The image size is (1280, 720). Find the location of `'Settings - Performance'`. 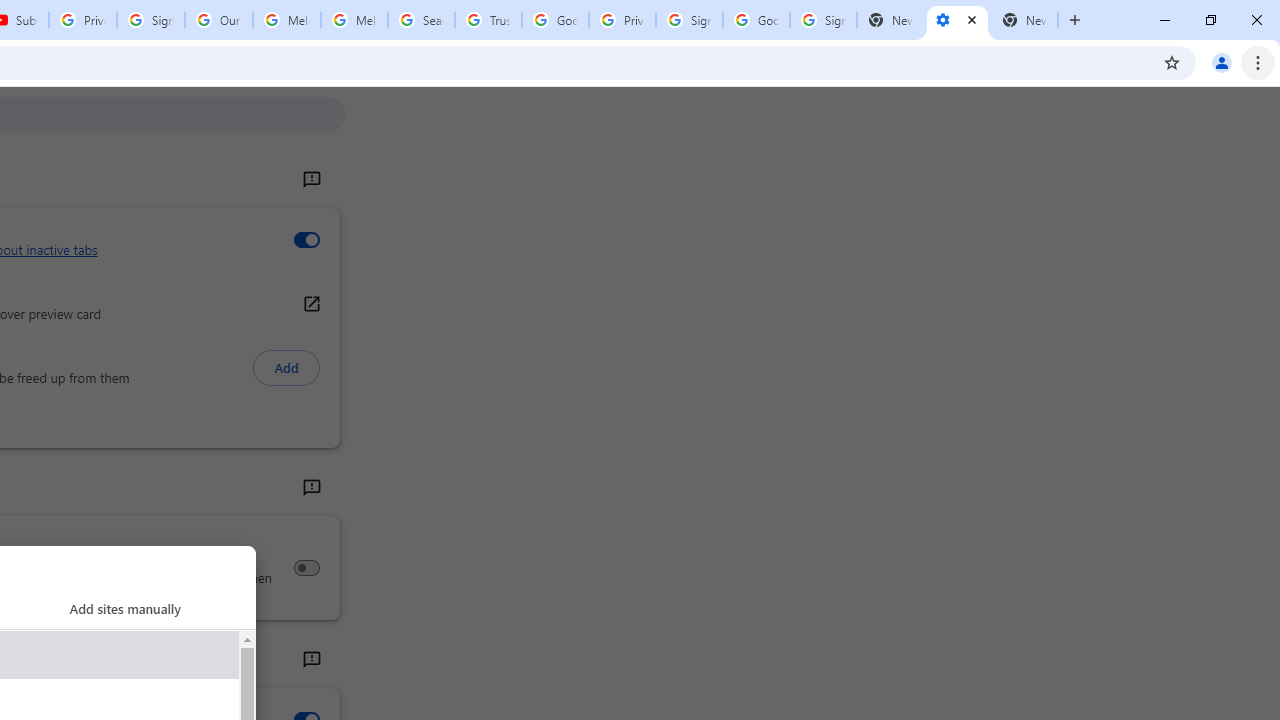

'Settings - Performance' is located at coordinates (956, 20).